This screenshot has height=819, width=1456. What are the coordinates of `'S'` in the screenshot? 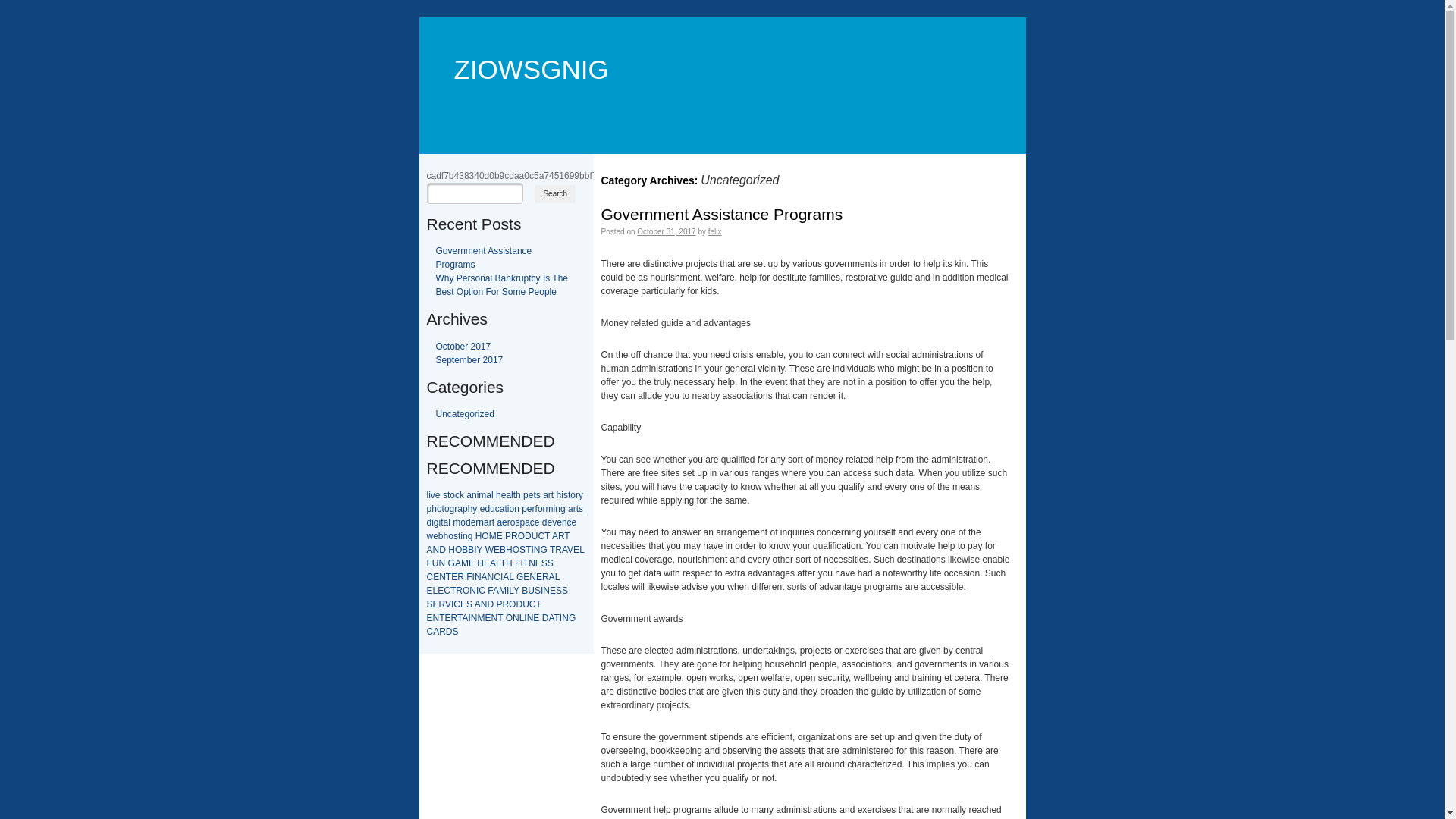 It's located at (522, 550).